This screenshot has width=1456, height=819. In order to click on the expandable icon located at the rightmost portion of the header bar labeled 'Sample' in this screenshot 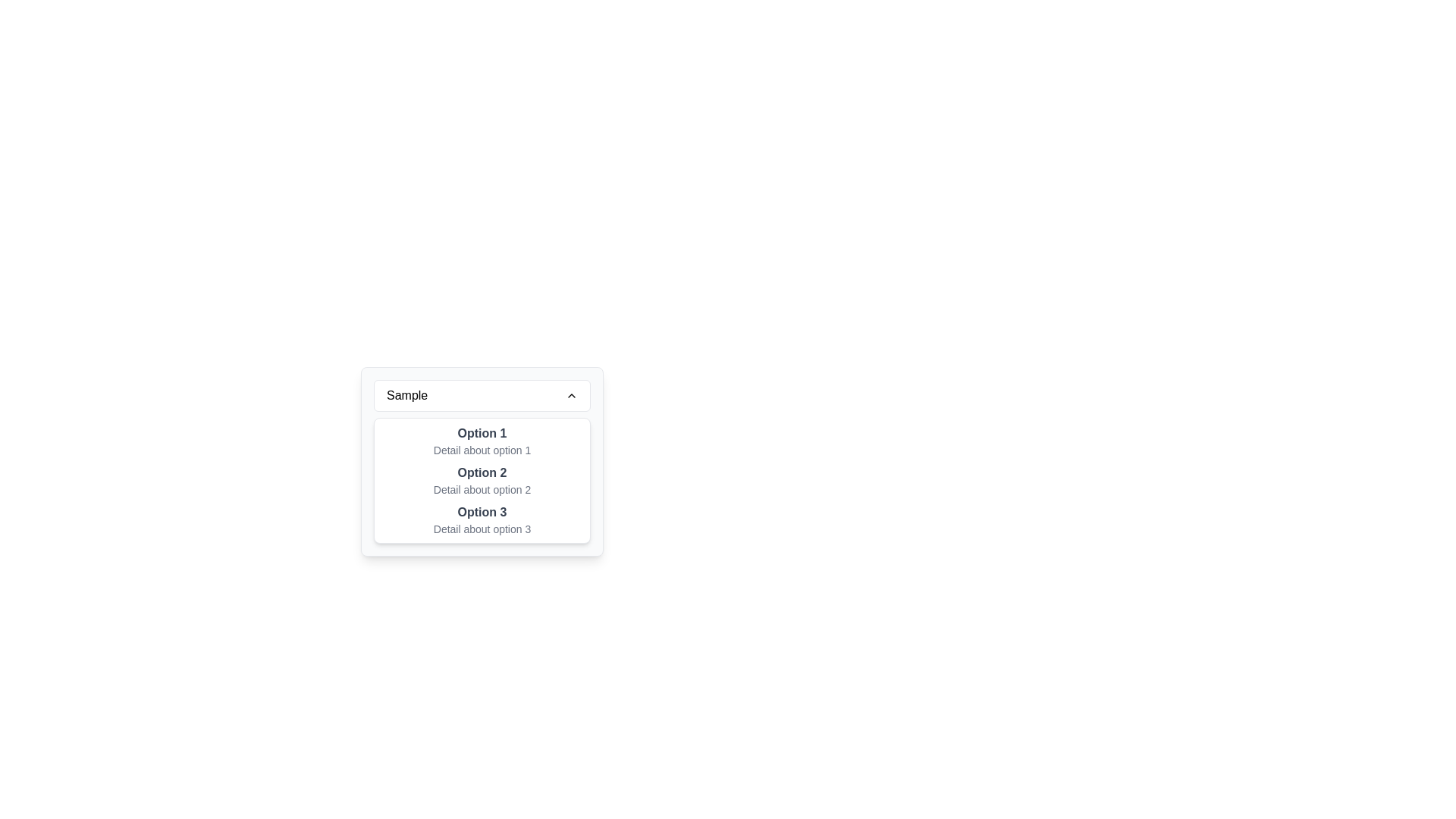, I will do `click(570, 394)`.